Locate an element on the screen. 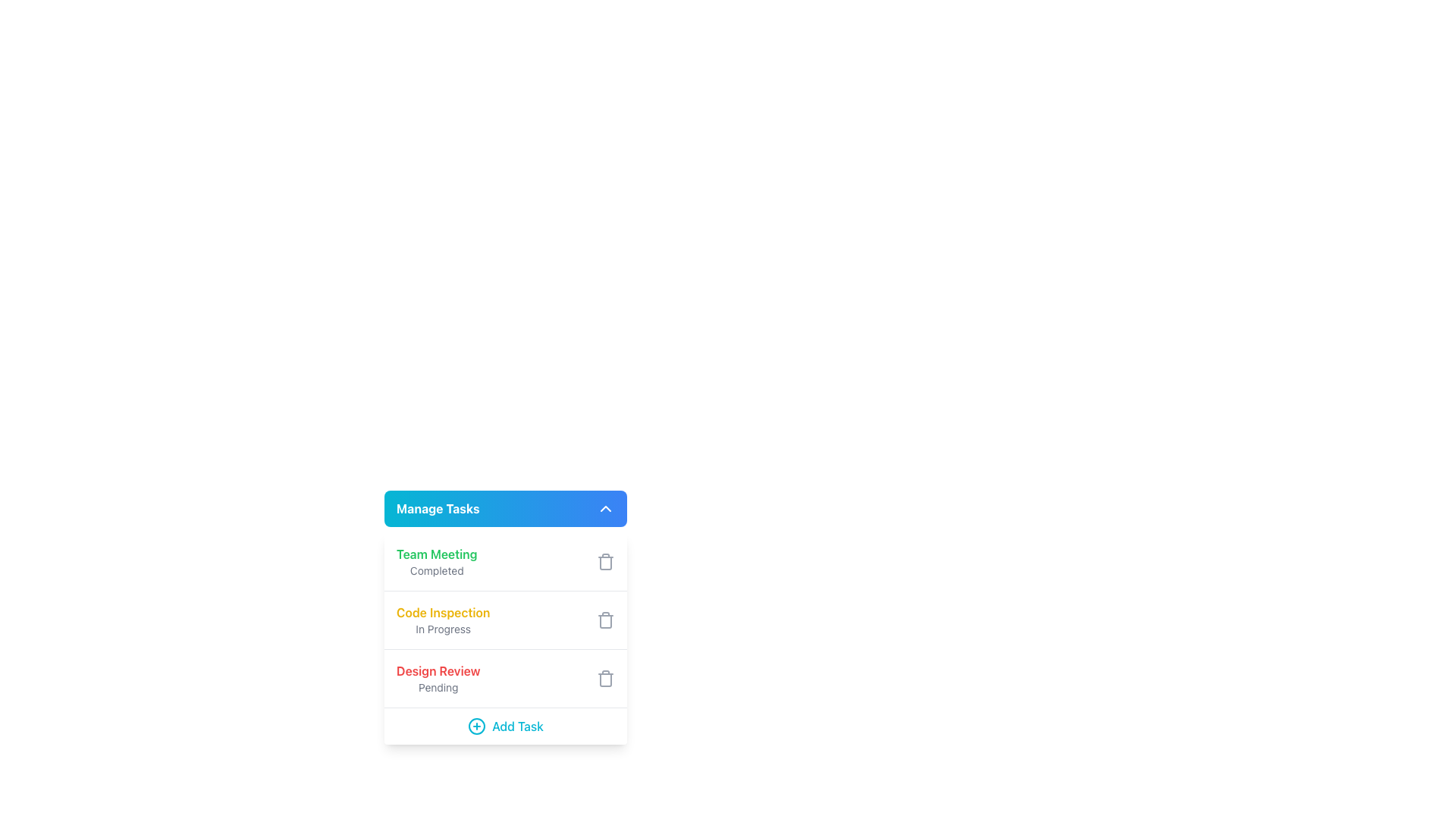 The width and height of the screenshot is (1456, 819). the 'Add Task' icon located at the bottom of the card interface, which is the leftmost component of the clickable area inviting users to add a task is located at coordinates (475, 725).